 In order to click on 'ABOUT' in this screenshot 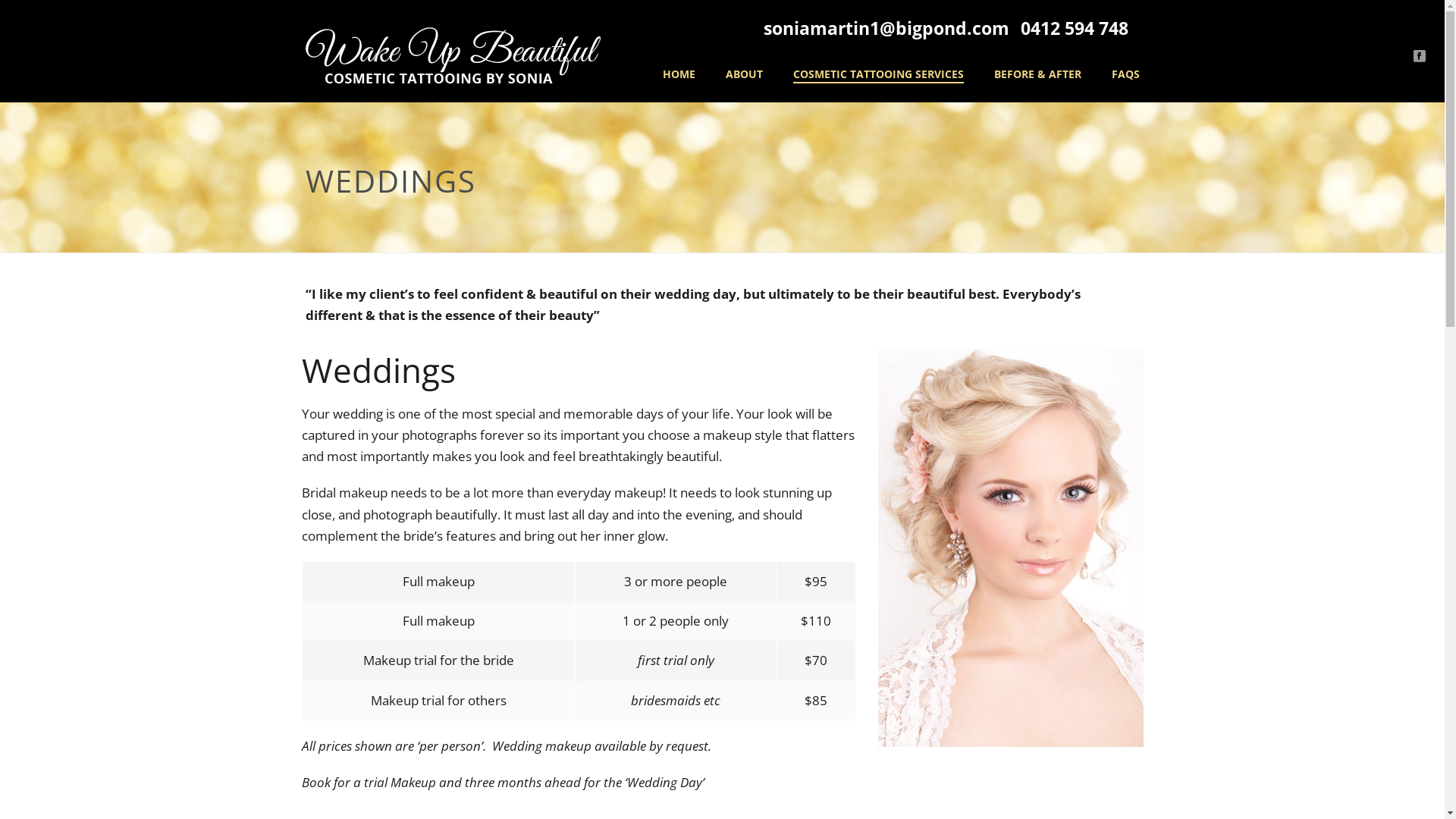, I will do `click(709, 75)`.